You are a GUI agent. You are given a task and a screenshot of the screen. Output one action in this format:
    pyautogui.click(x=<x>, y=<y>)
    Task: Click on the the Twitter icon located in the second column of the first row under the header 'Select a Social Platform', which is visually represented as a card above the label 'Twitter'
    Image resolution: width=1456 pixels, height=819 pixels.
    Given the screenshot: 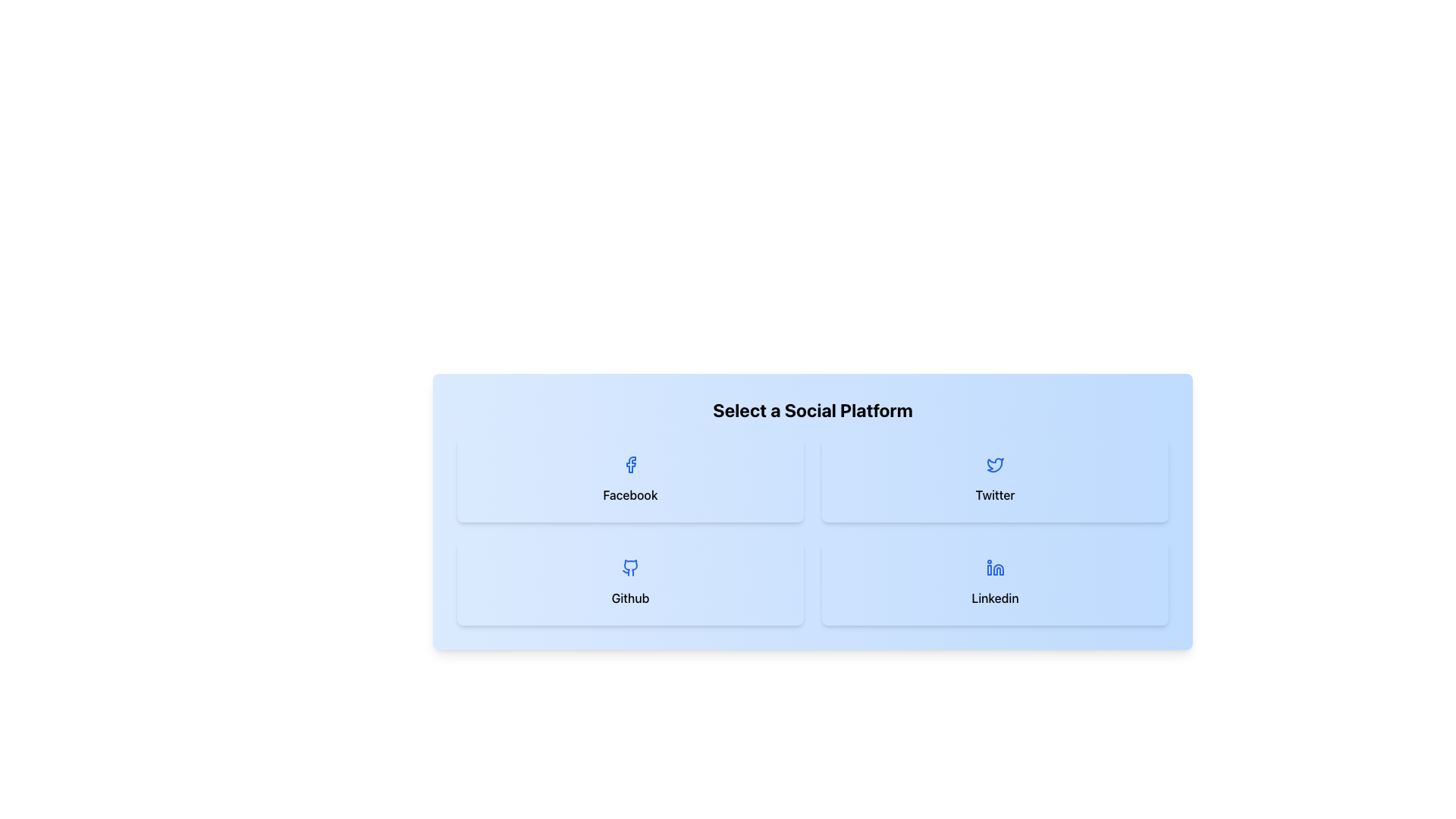 What is the action you would take?
    pyautogui.click(x=995, y=464)
    